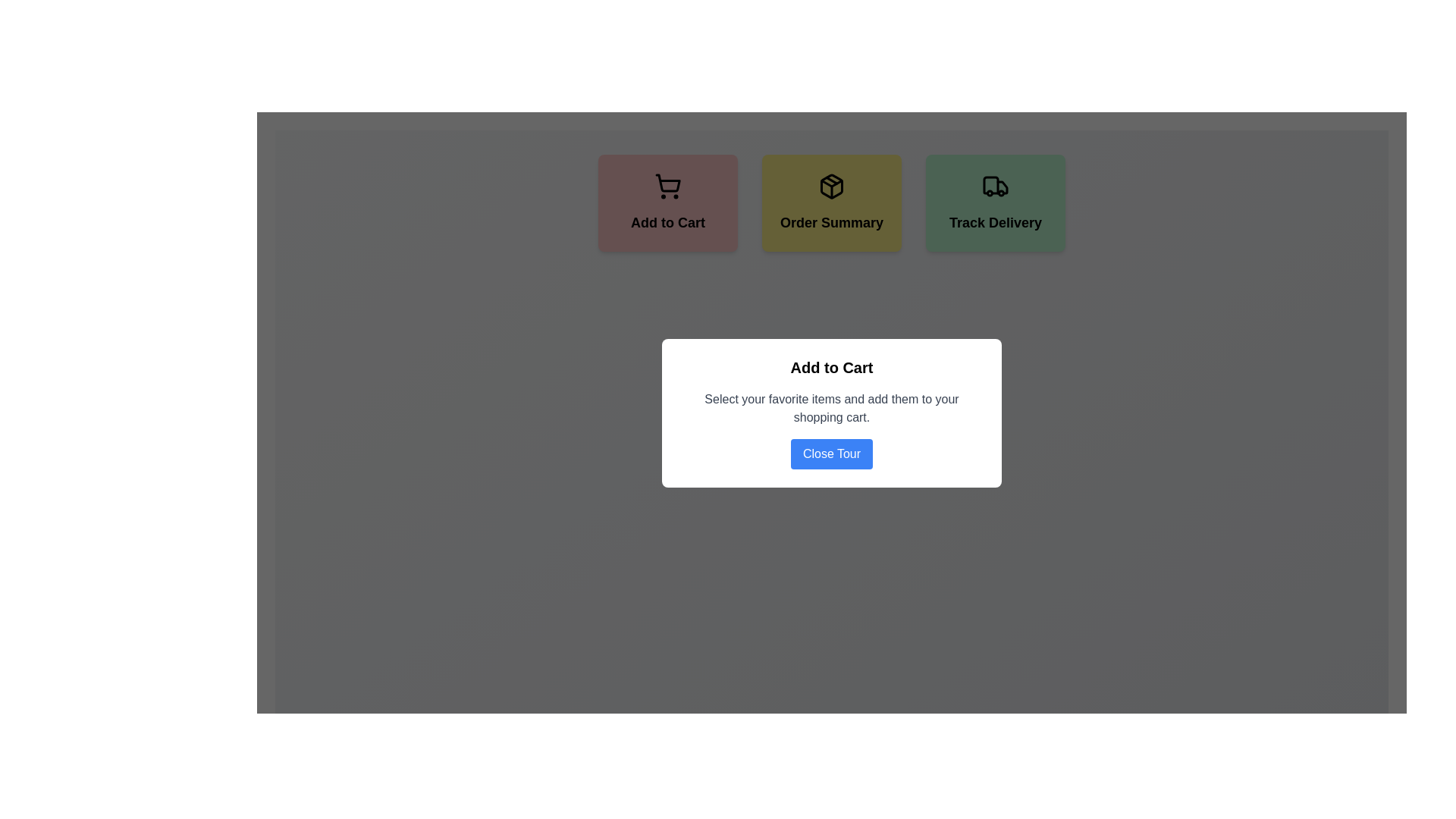  What do you see at coordinates (831, 222) in the screenshot?
I see `the 'Order Summary' label, which displays the text in a bold font style, located within a yellow rectangular card in the center of the UI` at bounding box center [831, 222].